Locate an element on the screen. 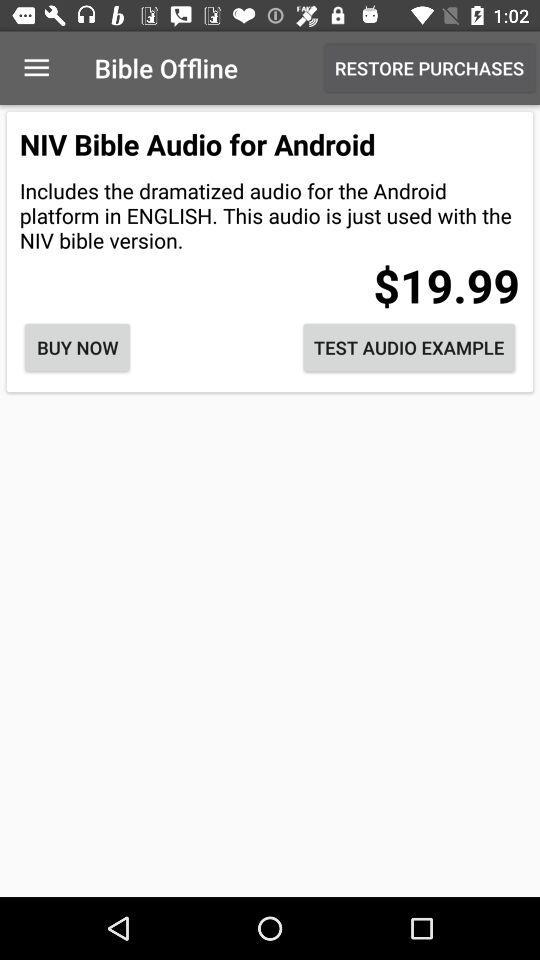 This screenshot has width=540, height=960. test audio example is located at coordinates (408, 347).